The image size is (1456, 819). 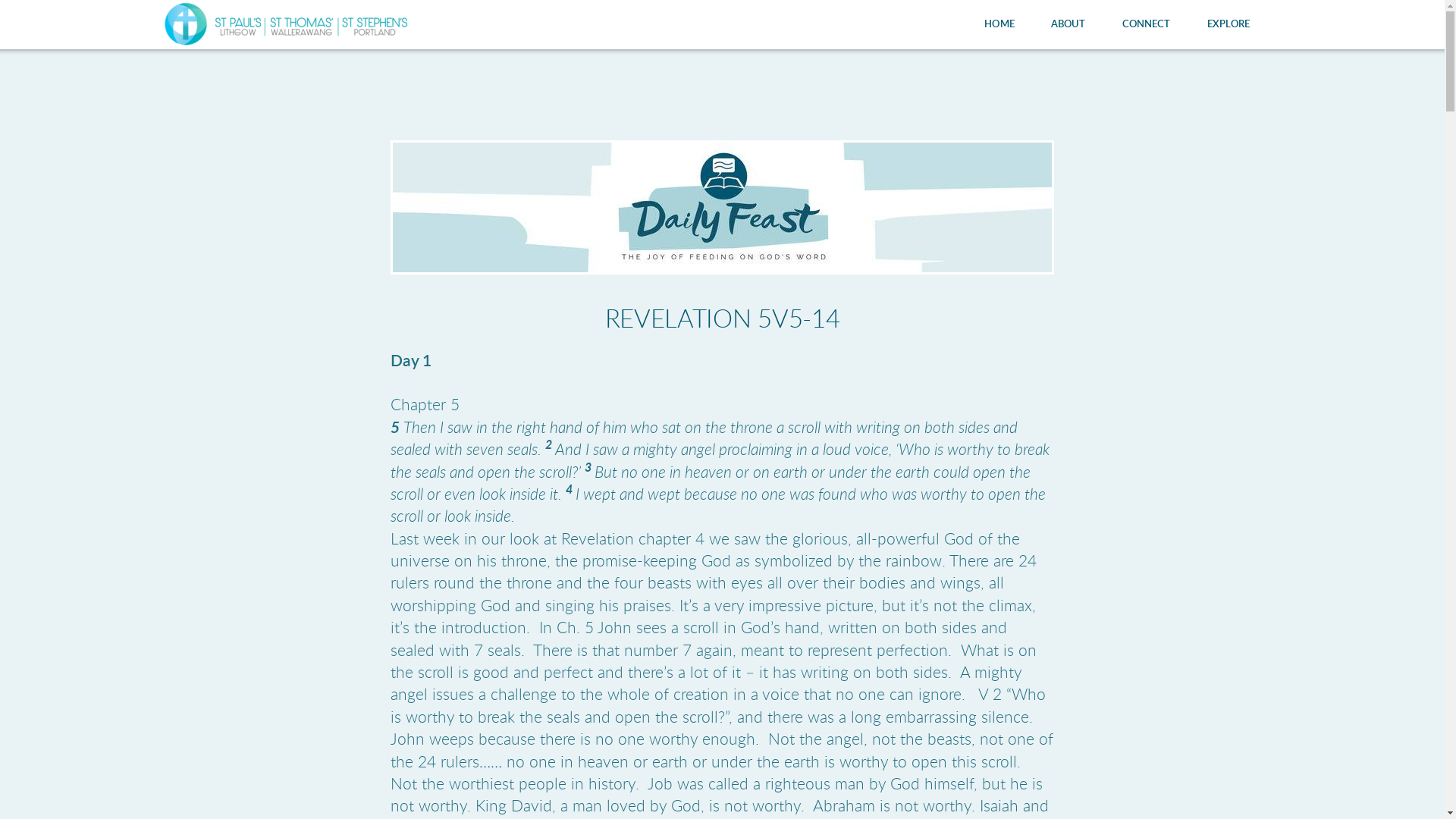 I want to click on 'ABOUT', so click(x=1068, y=24).